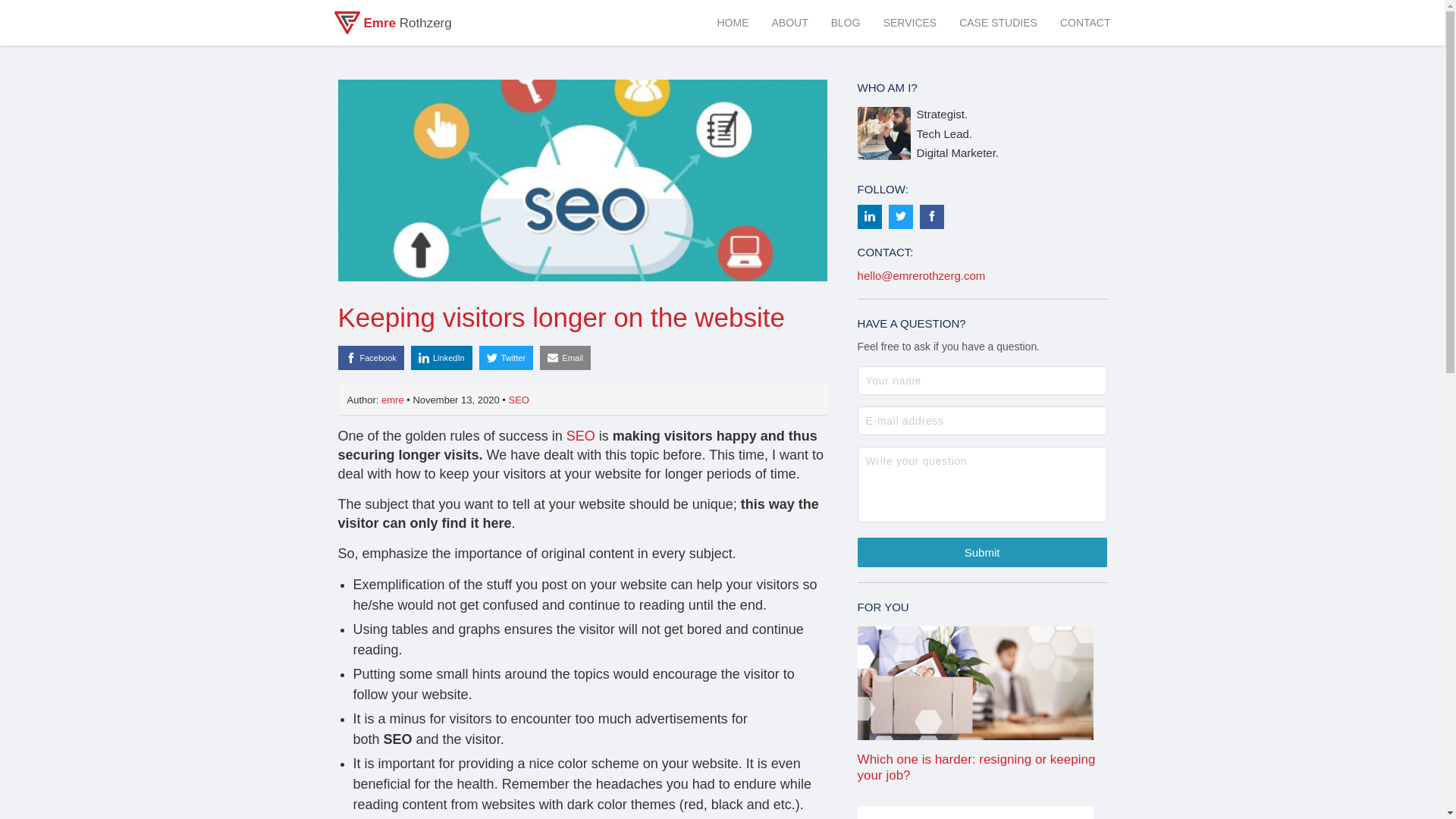 The width and height of the screenshot is (1456, 819). I want to click on 'Twitter', so click(479, 357).